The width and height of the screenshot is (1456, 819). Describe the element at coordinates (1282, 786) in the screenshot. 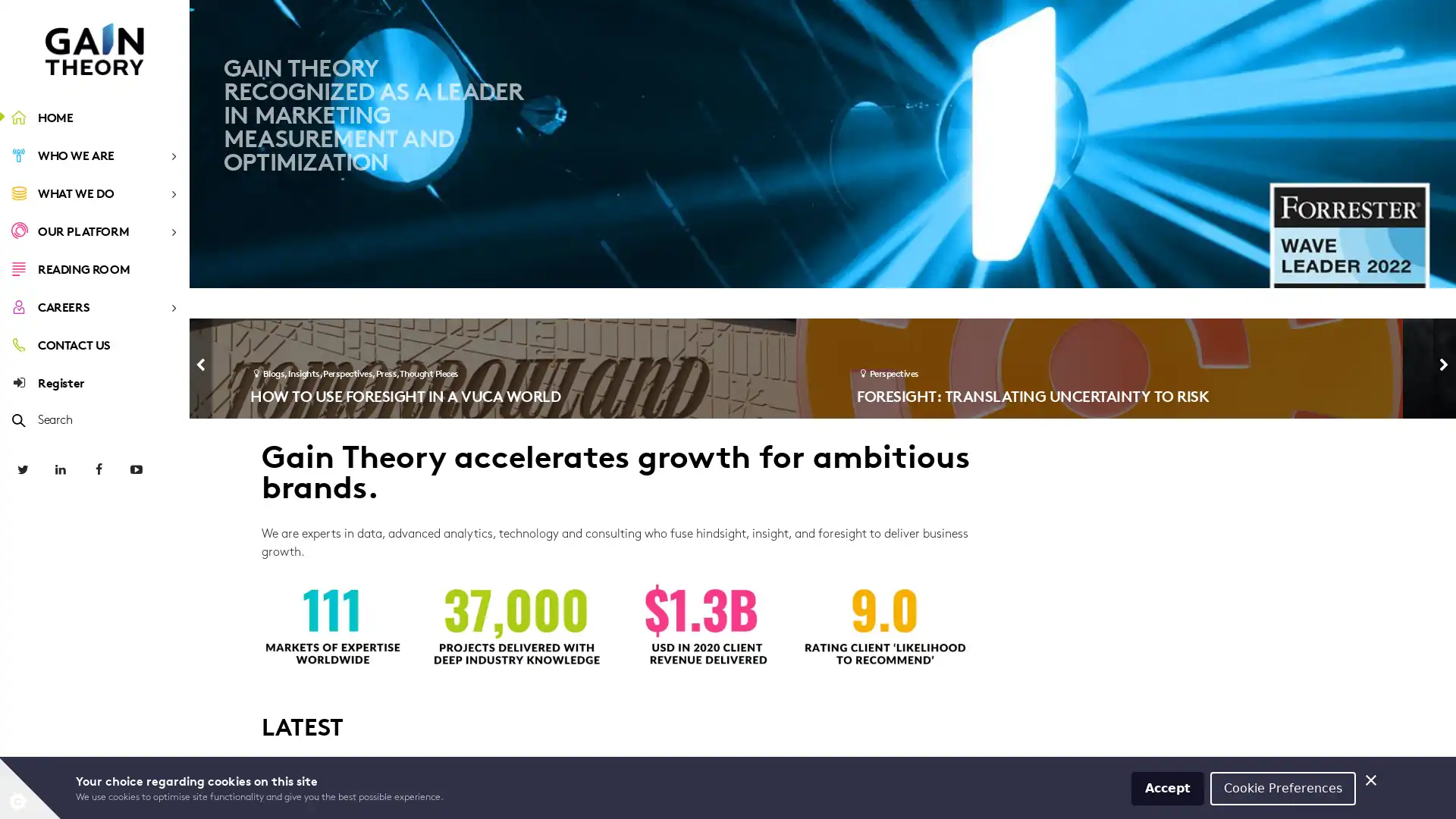

I see `Cookie Preferences` at that location.